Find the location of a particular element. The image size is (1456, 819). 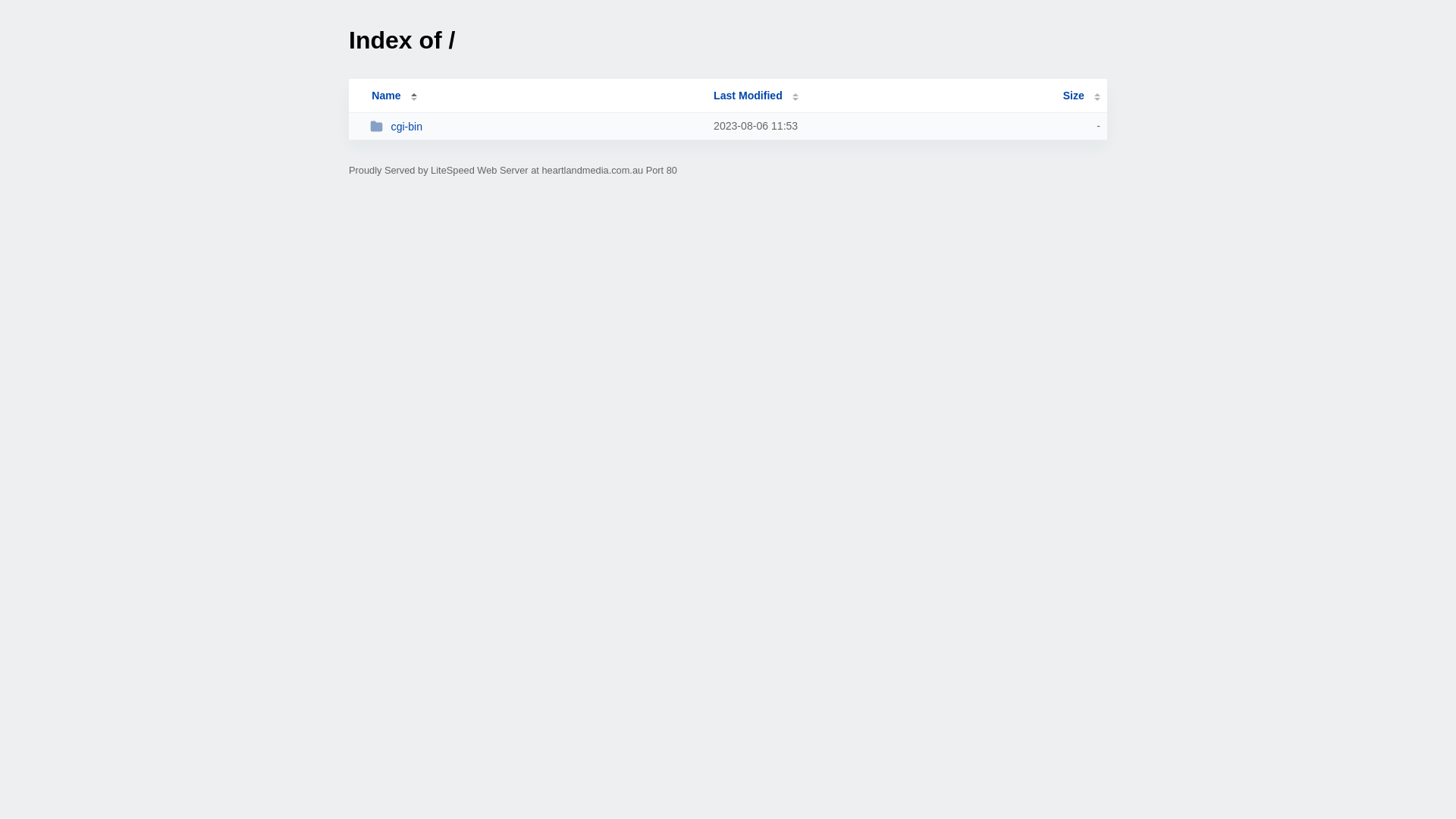

'Name' is located at coordinates (385, 96).